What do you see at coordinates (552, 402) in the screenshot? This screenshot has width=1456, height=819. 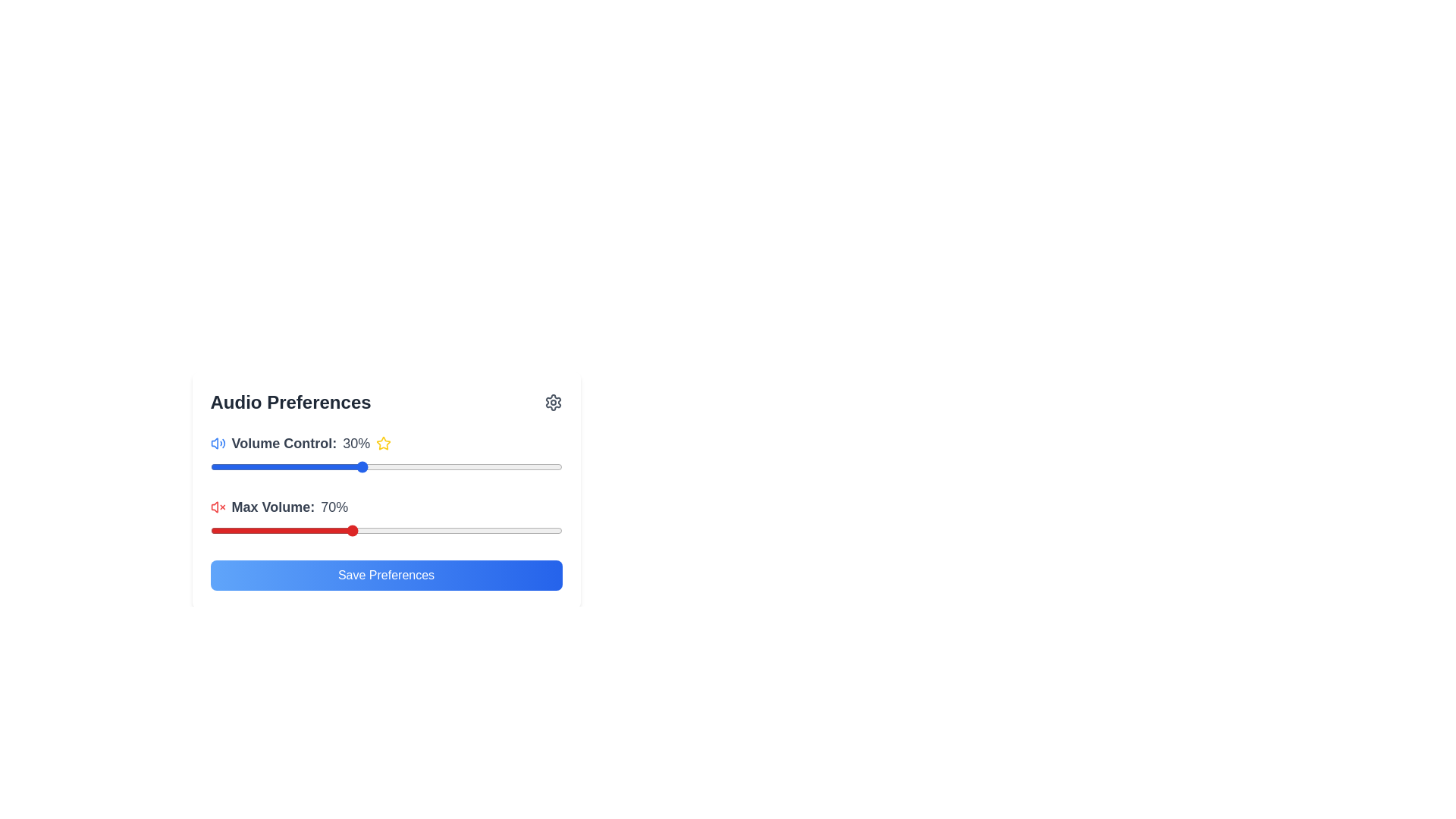 I see `the gear-shaped settings icon located at the top-right corner of the 'Audio Preferences' box to observe its transition effect` at bounding box center [552, 402].